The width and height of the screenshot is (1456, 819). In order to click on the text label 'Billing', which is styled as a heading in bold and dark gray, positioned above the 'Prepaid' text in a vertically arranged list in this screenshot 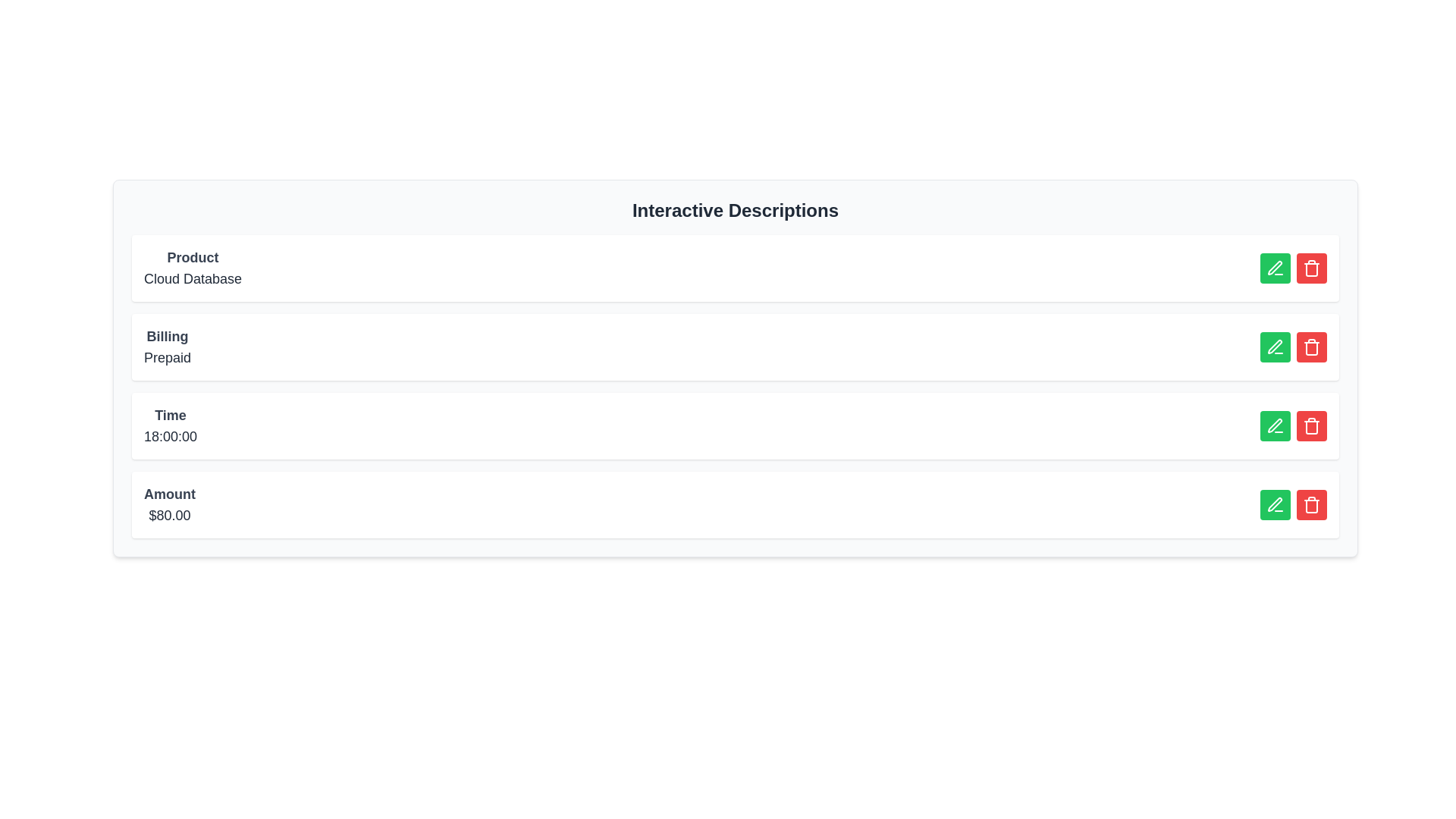, I will do `click(167, 335)`.